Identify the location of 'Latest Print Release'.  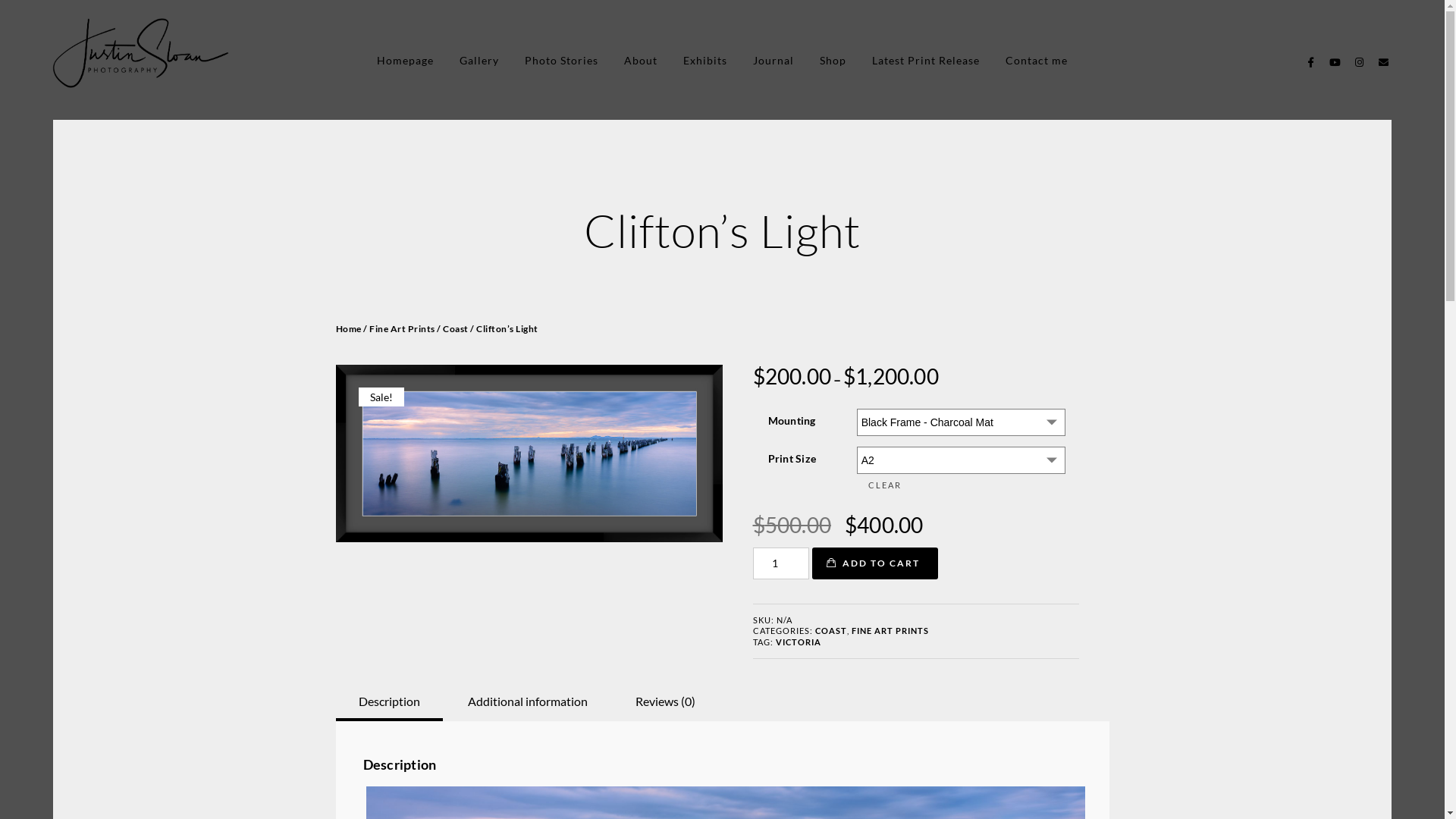
(924, 59).